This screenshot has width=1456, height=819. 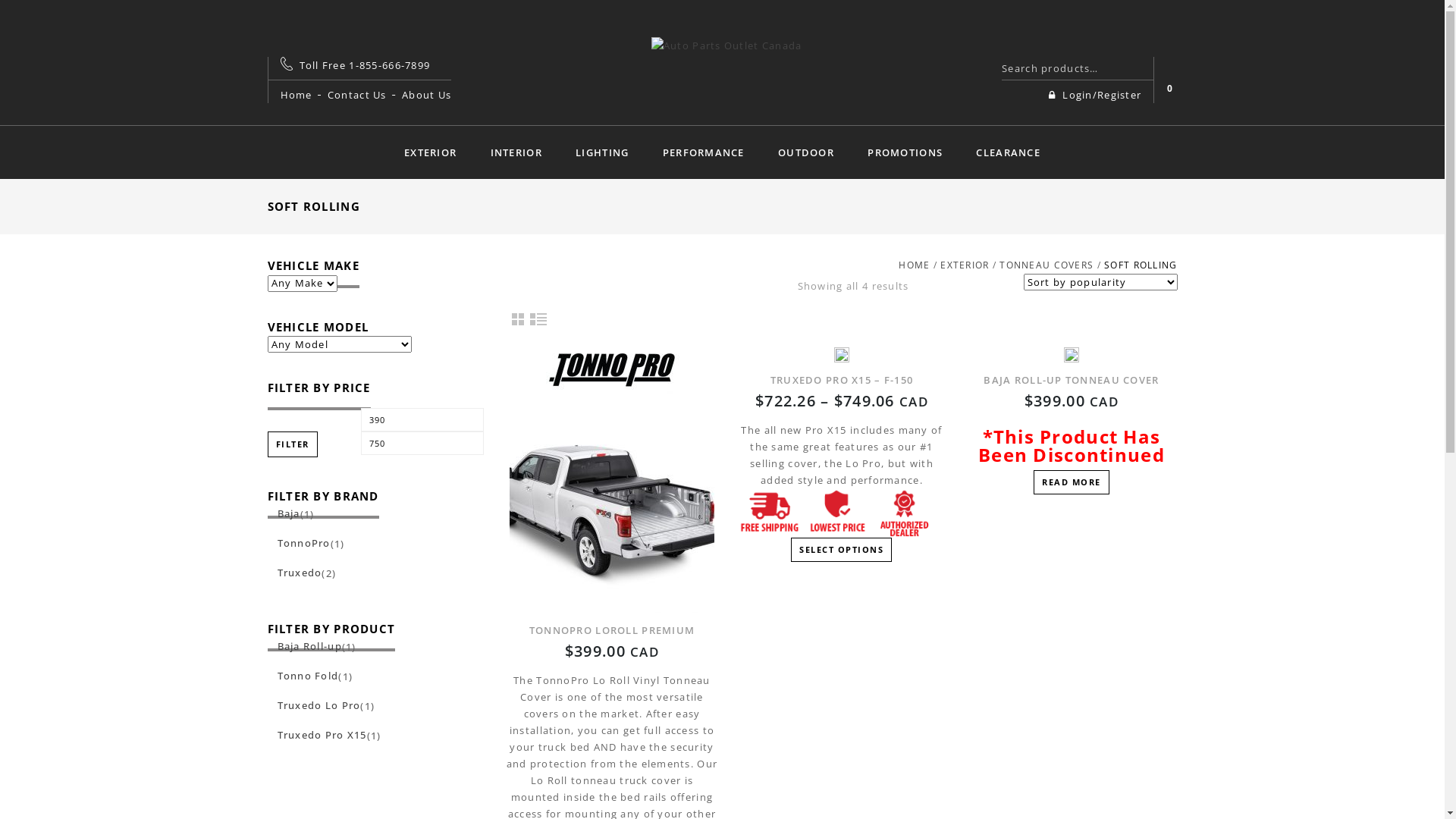 What do you see at coordinates (1008, 152) in the screenshot?
I see `'CLEARANCE'` at bounding box center [1008, 152].